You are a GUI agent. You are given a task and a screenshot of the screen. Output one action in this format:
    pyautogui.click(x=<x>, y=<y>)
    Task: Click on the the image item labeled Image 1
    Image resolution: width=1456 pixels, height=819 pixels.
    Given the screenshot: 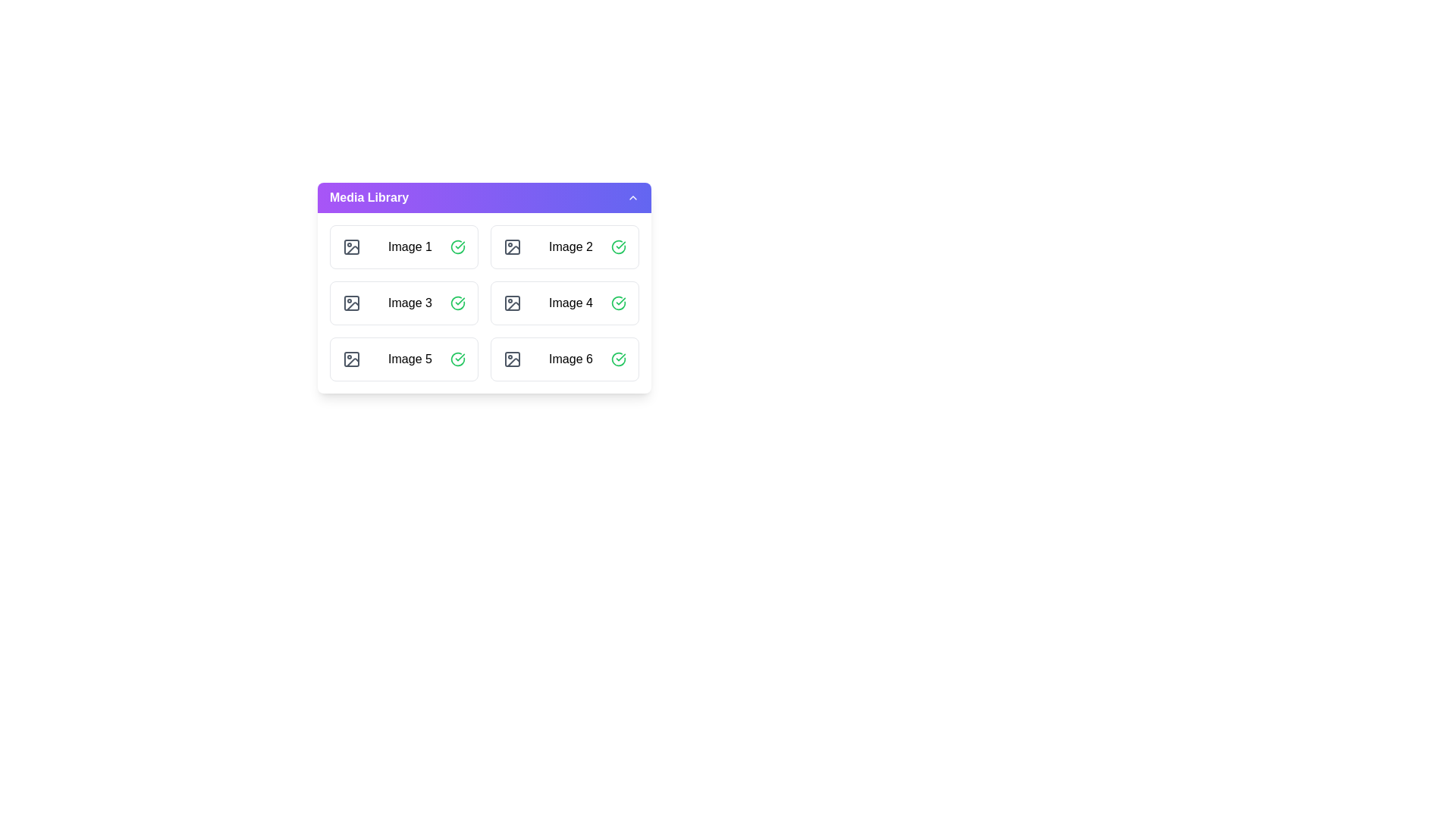 What is the action you would take?
    pyautogui.click(x=403, y=246)
    